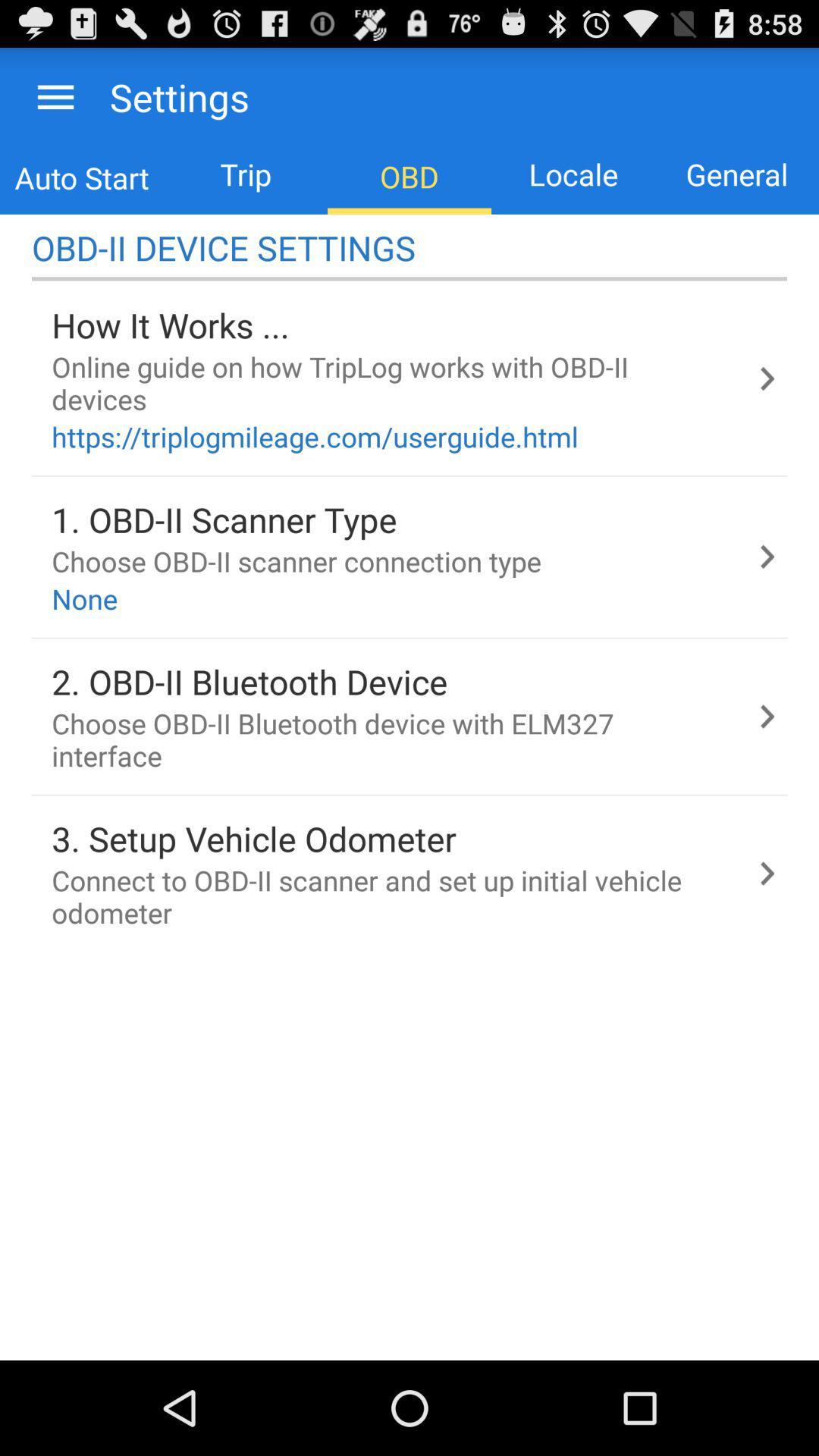 This screenshot has width=819, height=1456. What do you see at coordinates (736, 174) in the screenshot?
I see `the button next to locale` at bounding box center [736, 174].